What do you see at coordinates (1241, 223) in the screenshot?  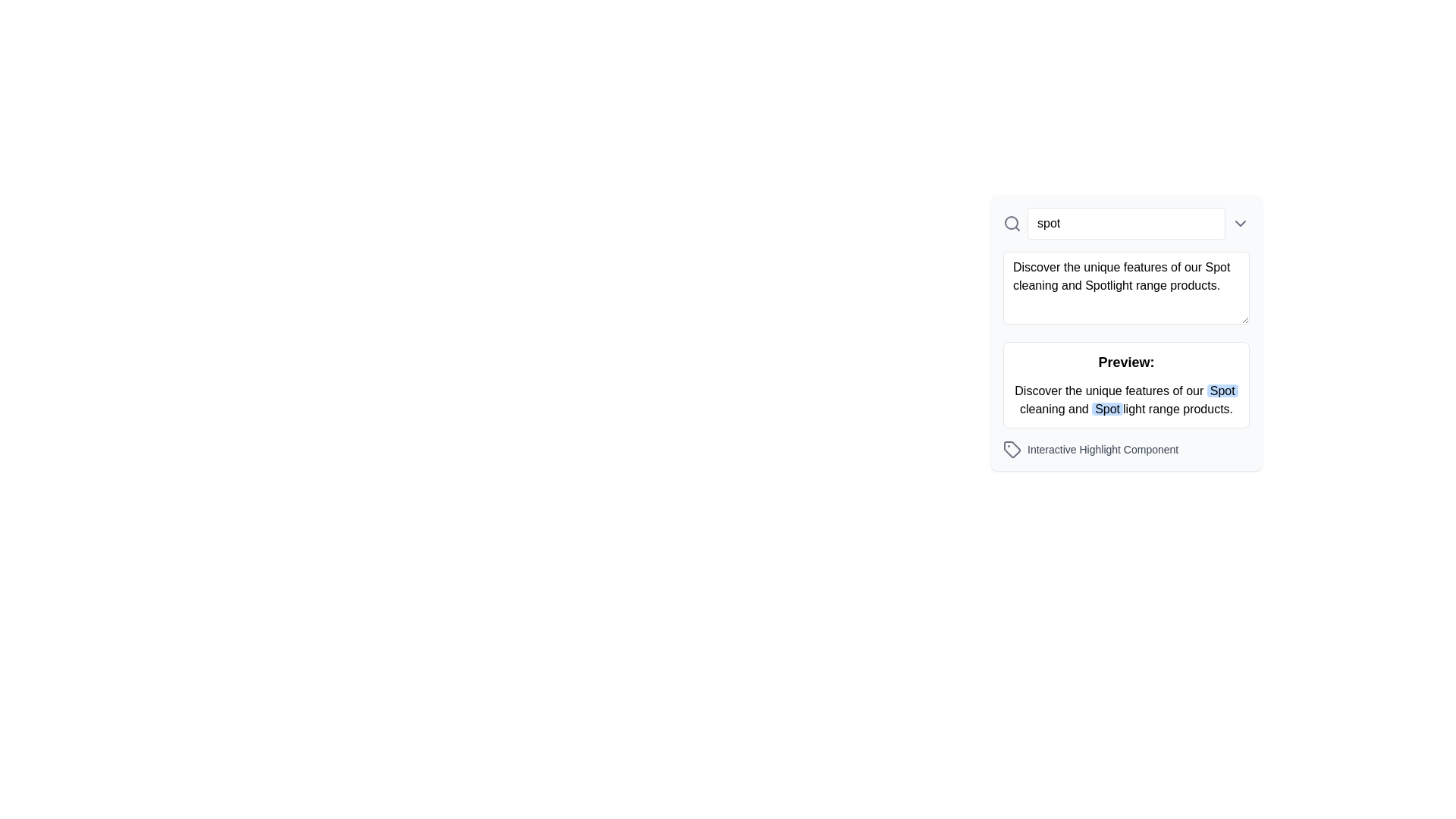 I see `the downward chevron icon, which is a triangular arrow pointing downwards` at bounding box center [1241, 223].